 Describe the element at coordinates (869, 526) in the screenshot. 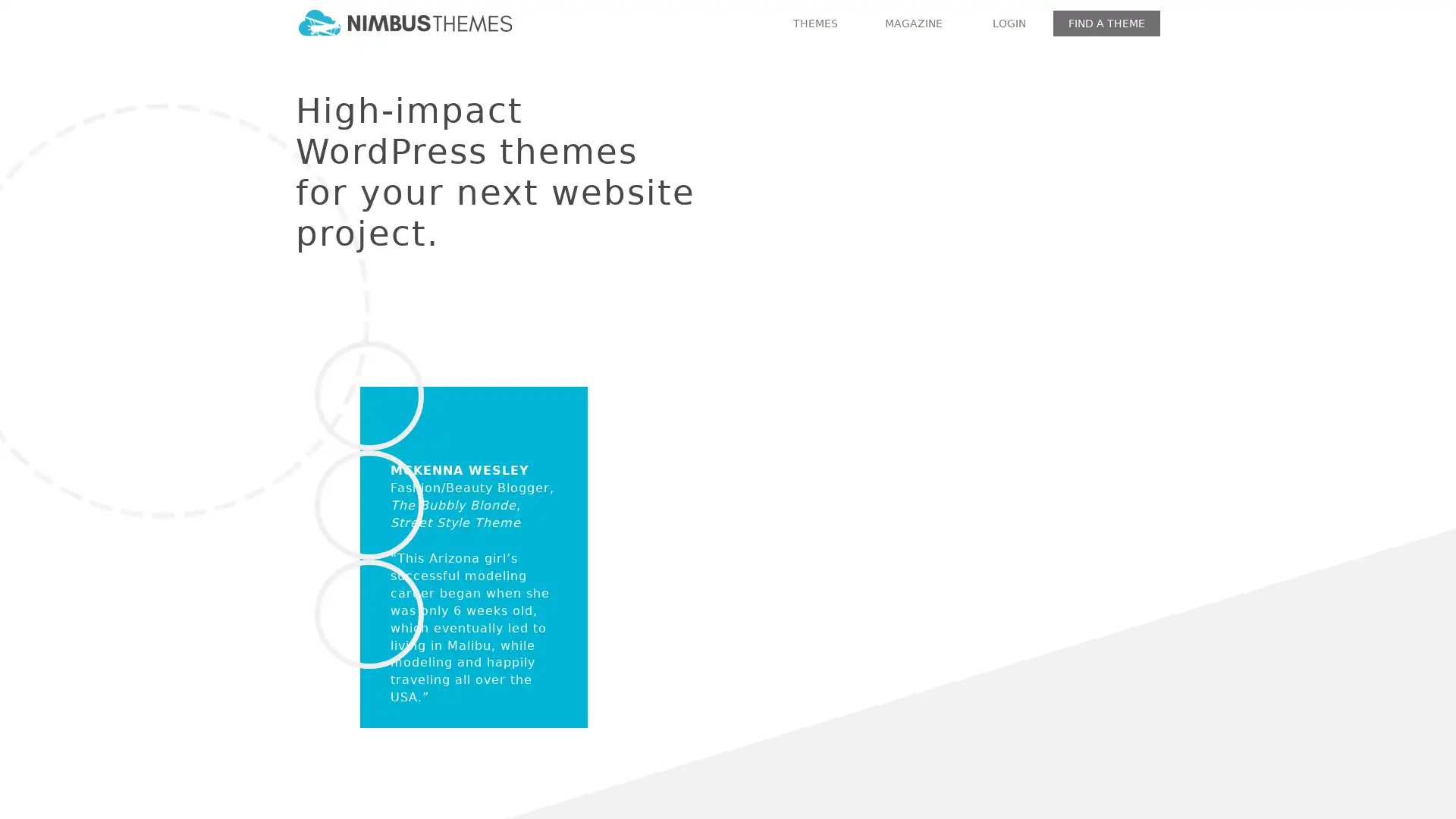

I see `1` at that location.